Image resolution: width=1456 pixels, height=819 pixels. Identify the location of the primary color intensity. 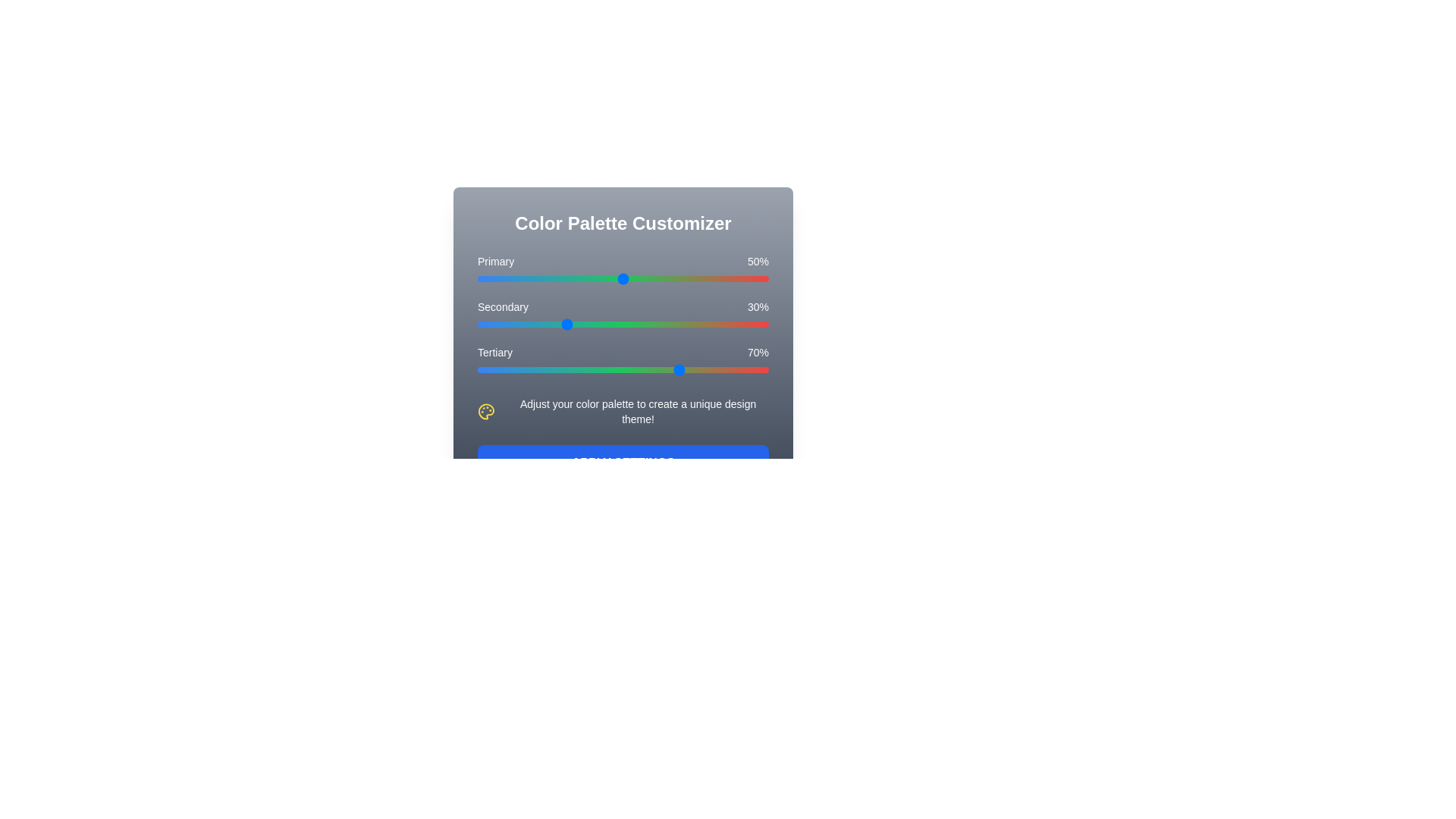
(497, 278).